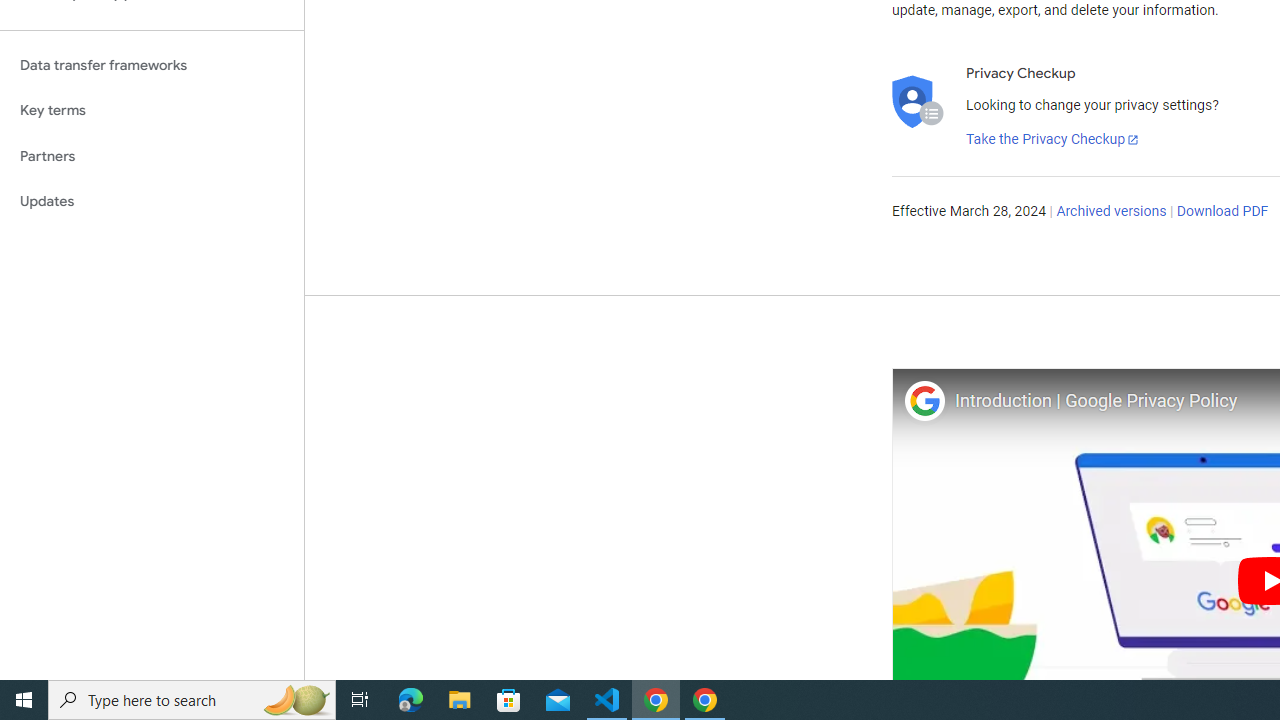 This screenshot has width=1280, height=720. What do you see at coordinates (923, 400) in the screenshot?
I see `'Photo image of Google'` at bounding box center [923, 400].